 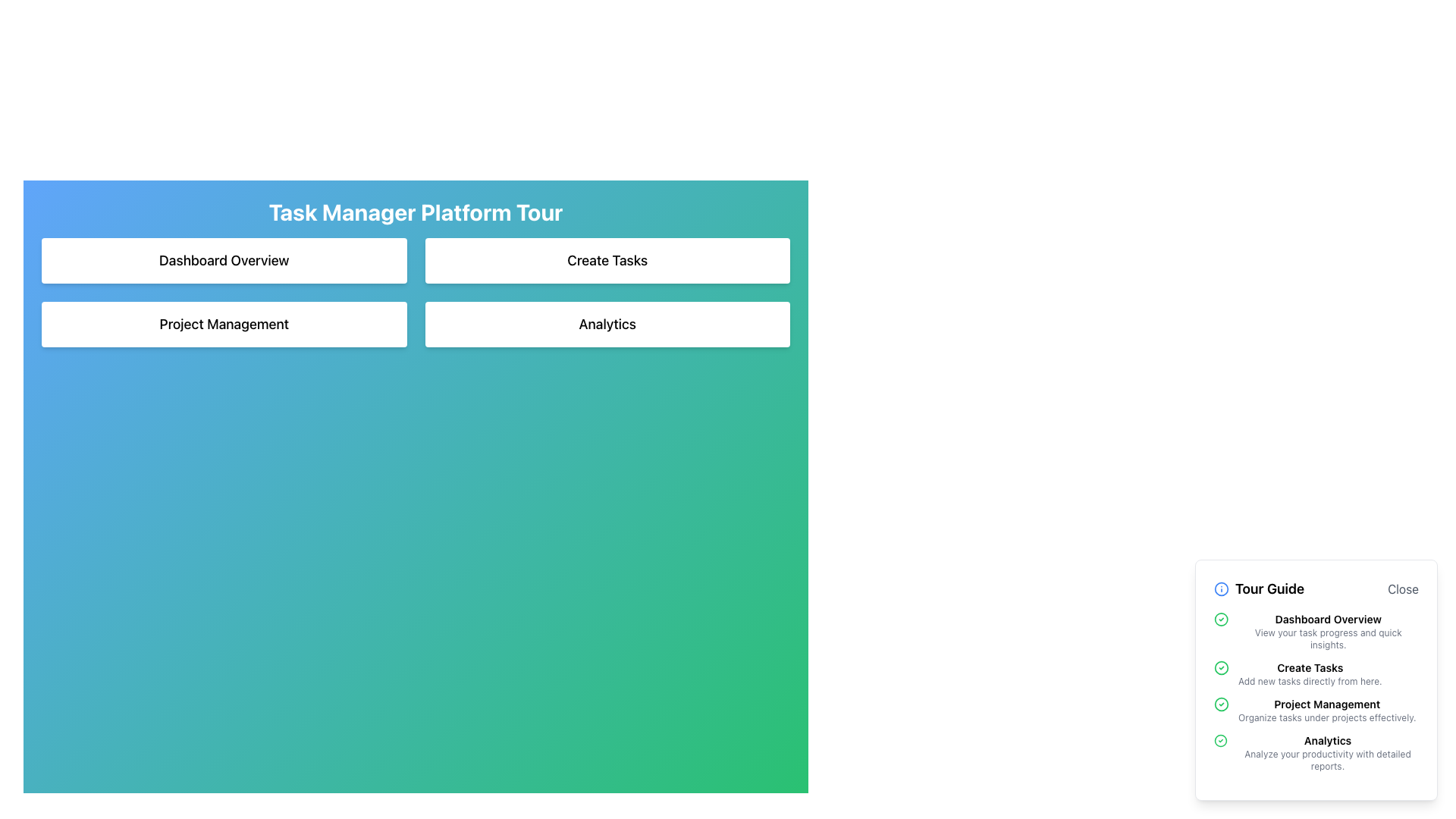 I want to click on the informative text block titled 'Create Tasks' that describes adding new tasks, located in the center-right segment of the dialog box under the 'Tour Guide' header, so click(x=1316, y=673).